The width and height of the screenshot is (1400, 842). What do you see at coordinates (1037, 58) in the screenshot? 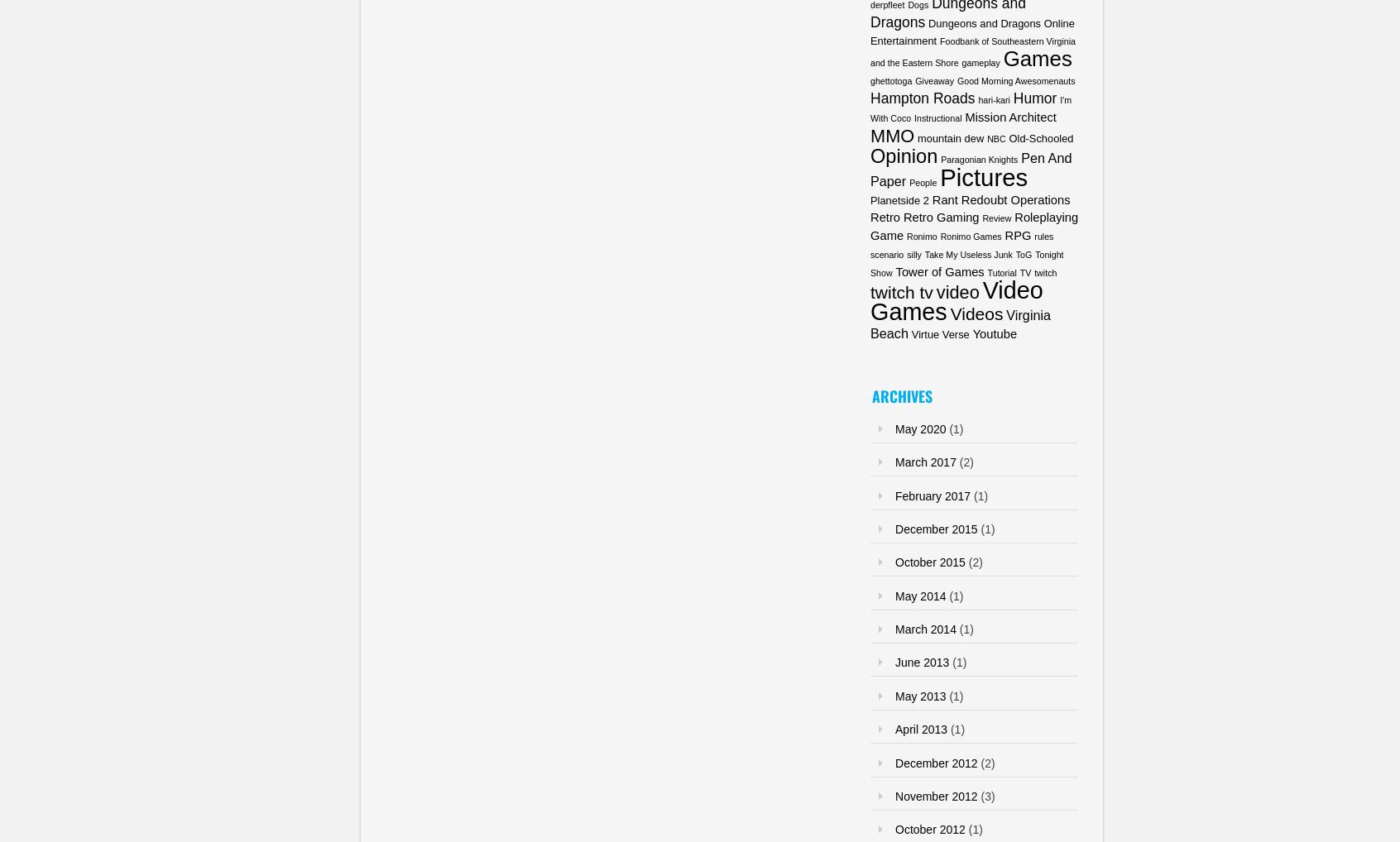
I see `'Games'` at bounding box center [1037, 58].